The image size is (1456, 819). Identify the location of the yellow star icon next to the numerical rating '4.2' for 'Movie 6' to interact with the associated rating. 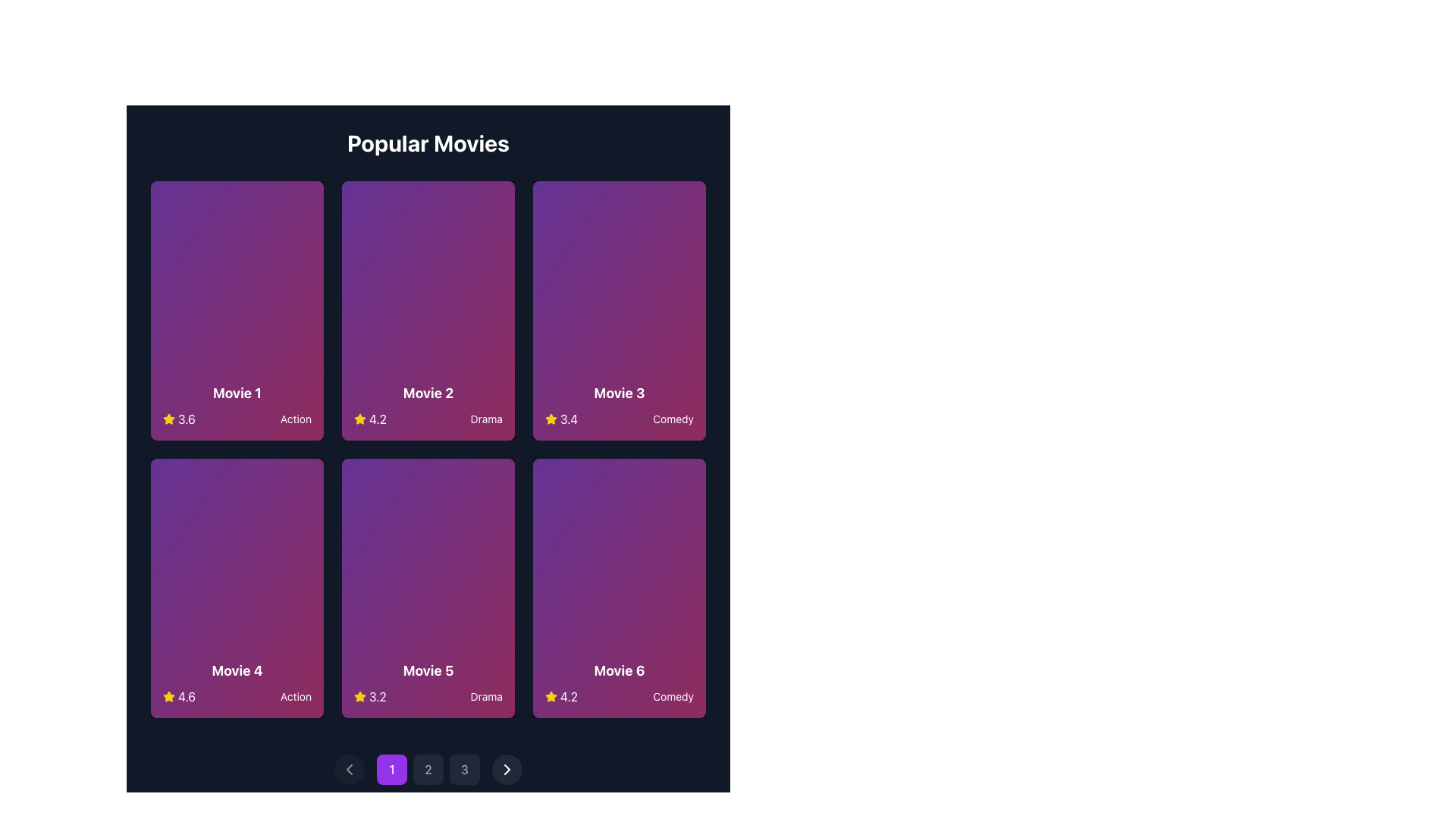
(550, 696).